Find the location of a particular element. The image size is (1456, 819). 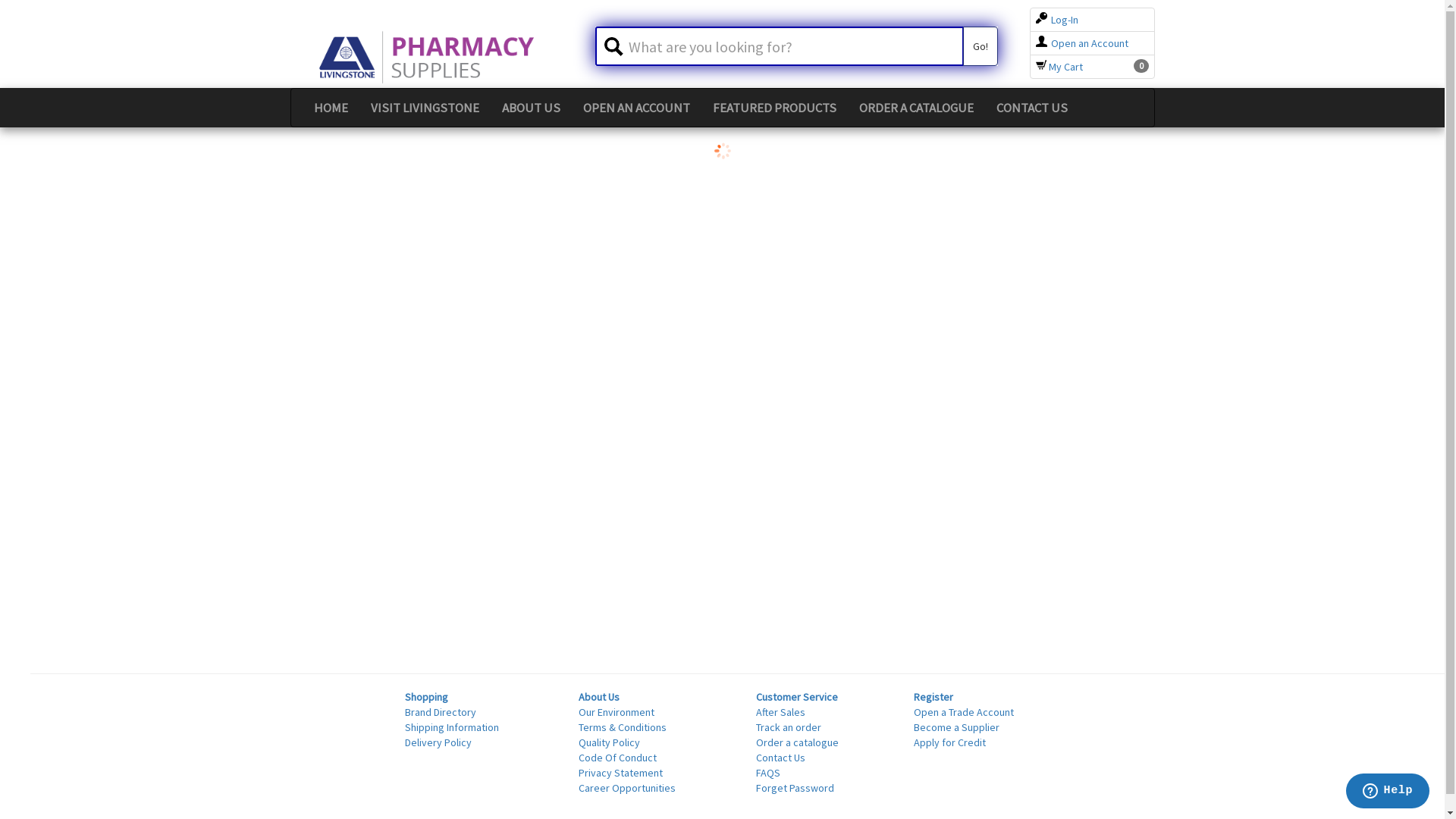

'Code Of Conduct' is located at coordinates (617, 758).